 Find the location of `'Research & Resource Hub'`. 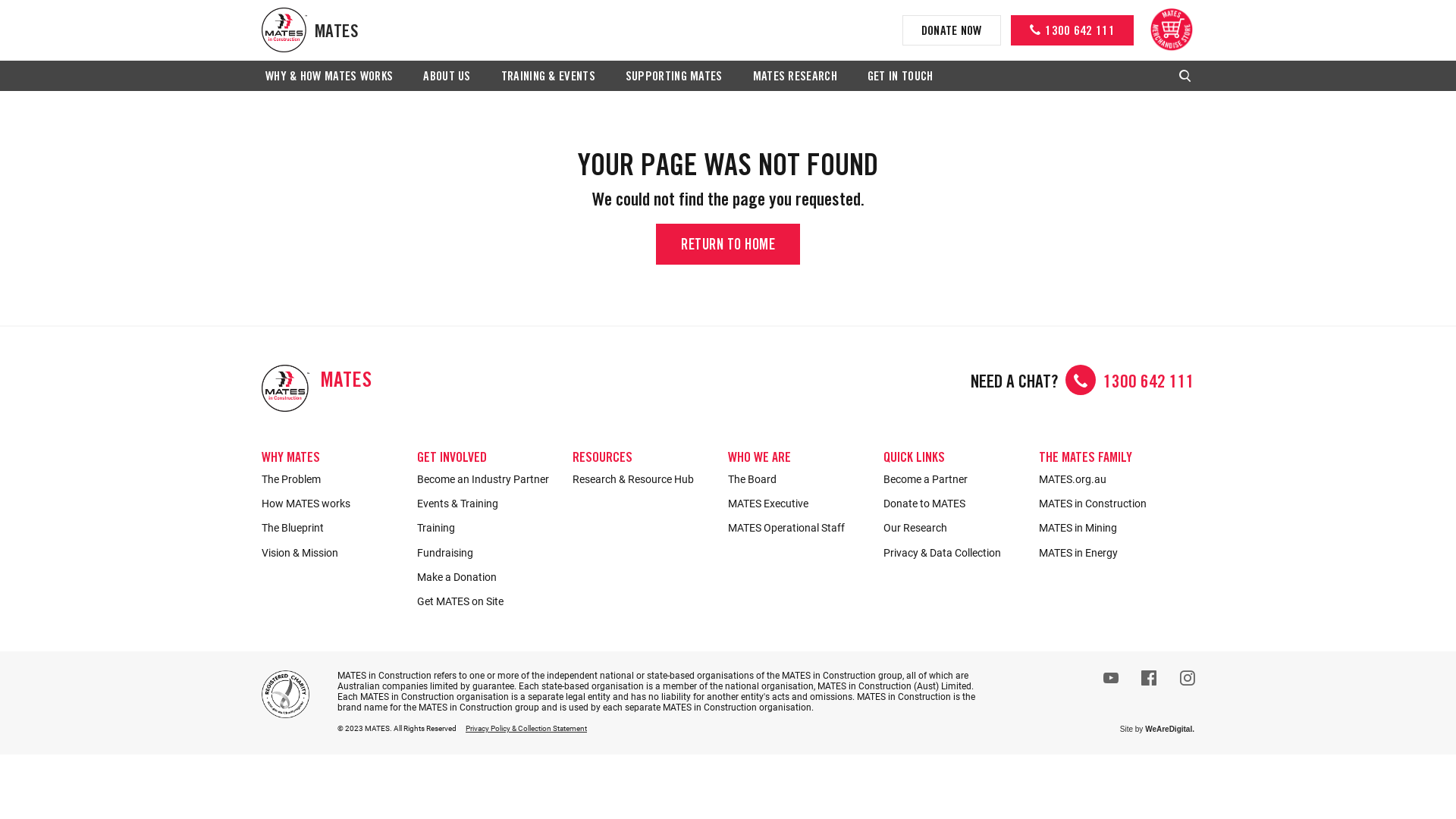

'Research & Resource Hub' is located at coordinates (642, 479).